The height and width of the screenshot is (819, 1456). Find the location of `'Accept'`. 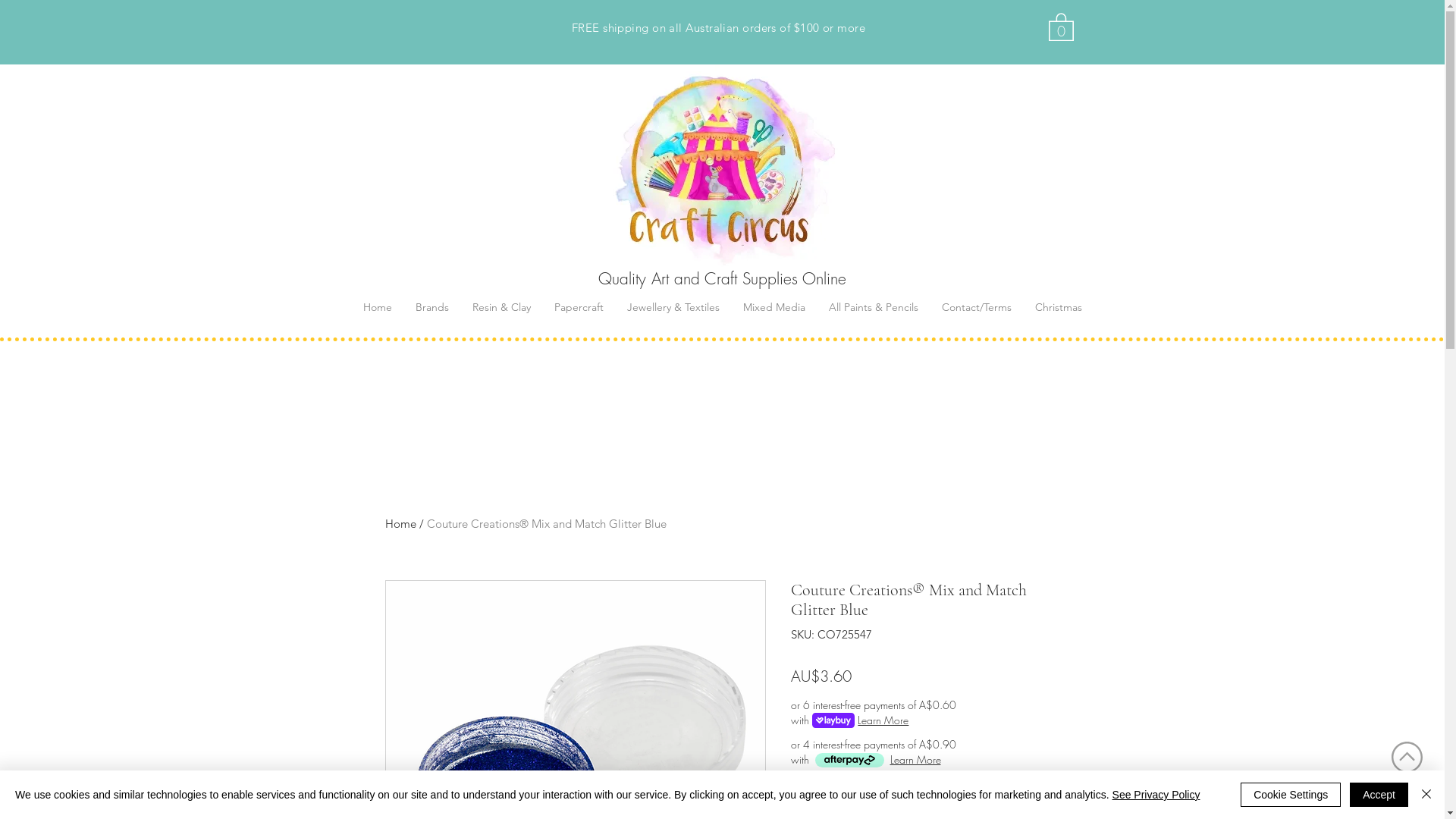

'Accept' is located at coordinates (1379, 794).